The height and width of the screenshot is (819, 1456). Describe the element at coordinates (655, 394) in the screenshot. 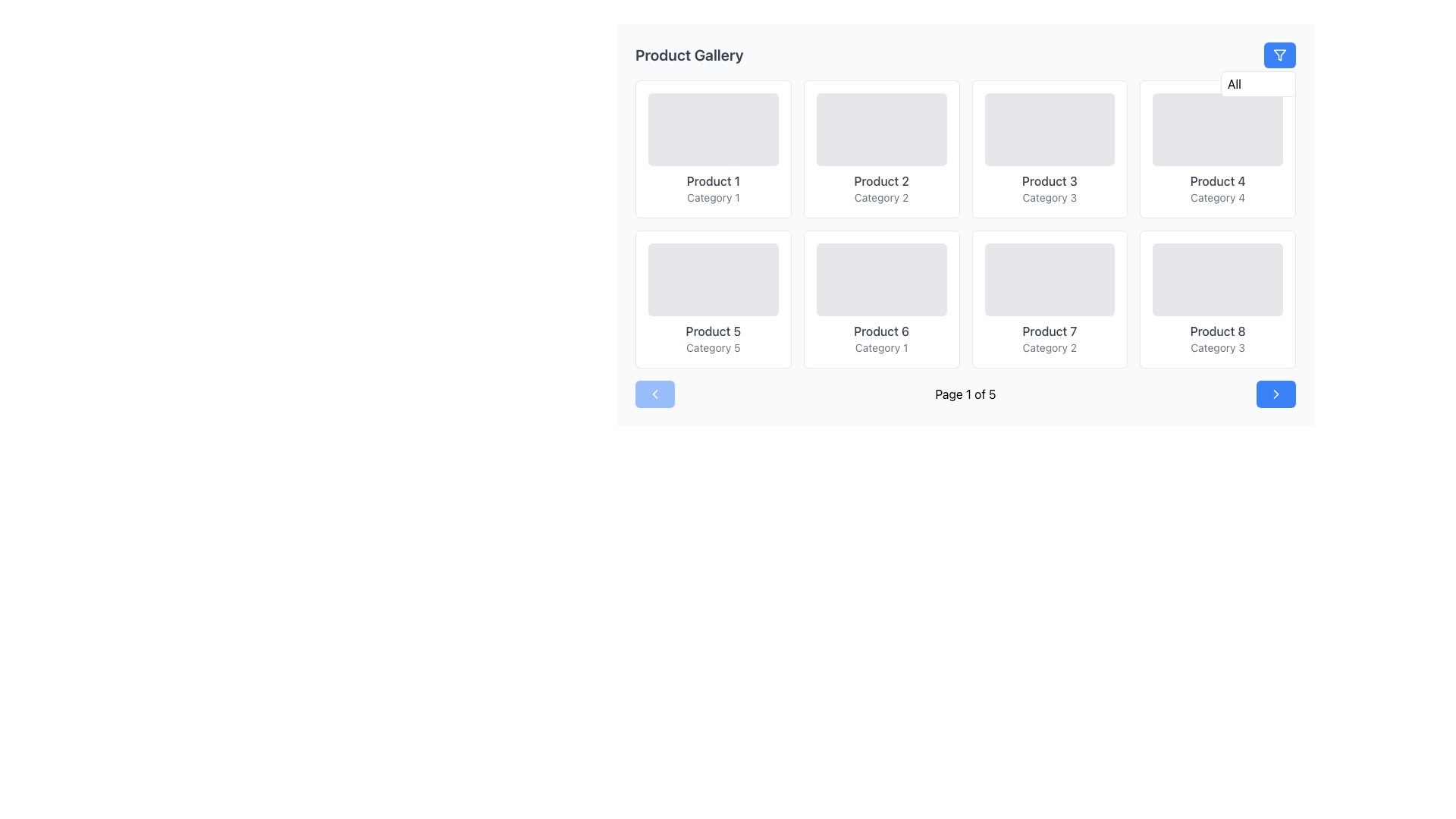

I see `the 'Previous Page' button located at the far left of the pagination bar` at that location.